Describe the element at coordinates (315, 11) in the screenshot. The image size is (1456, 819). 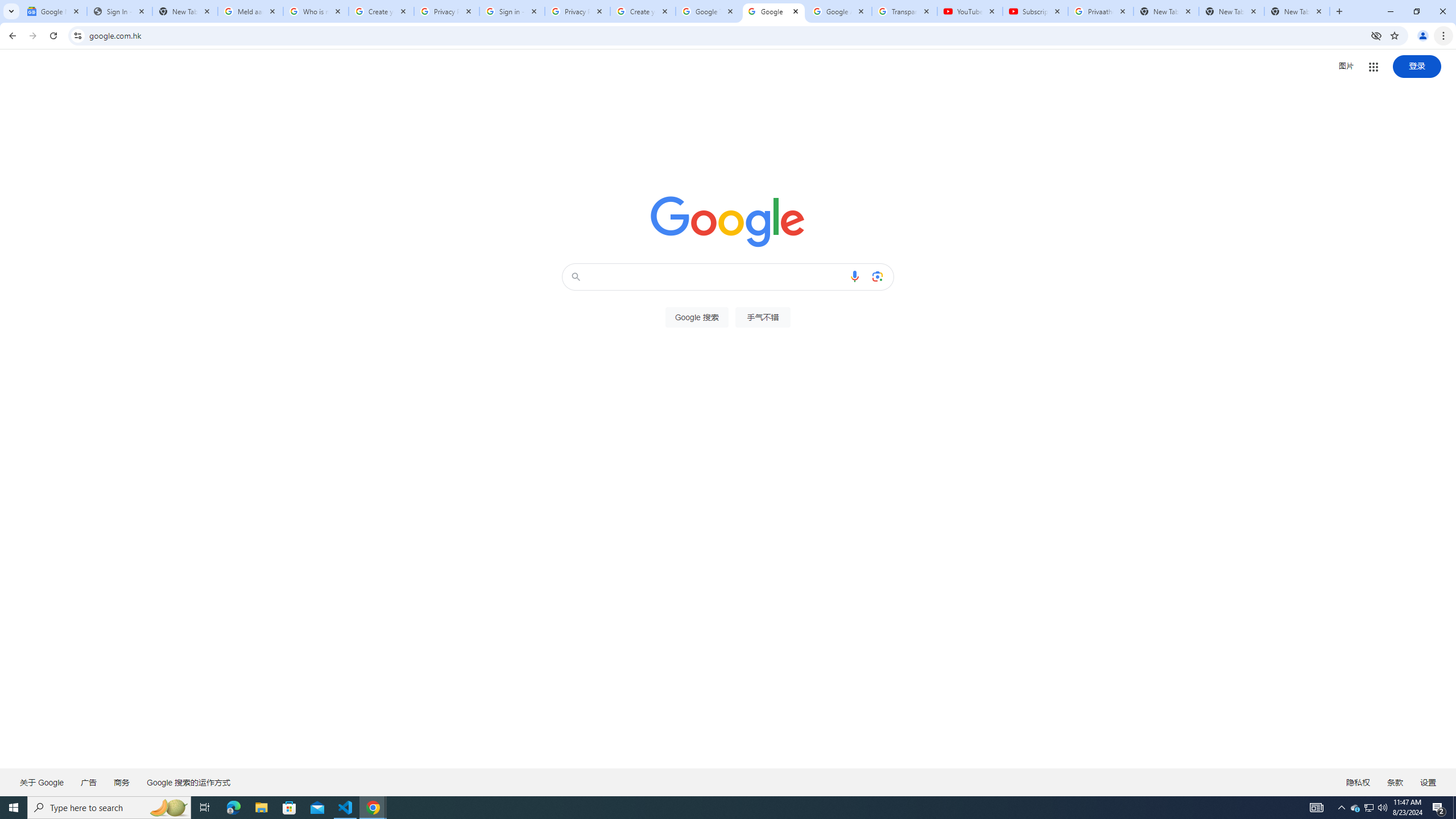
I see `'Who is my administrator? - Google Account Help'` at that location.